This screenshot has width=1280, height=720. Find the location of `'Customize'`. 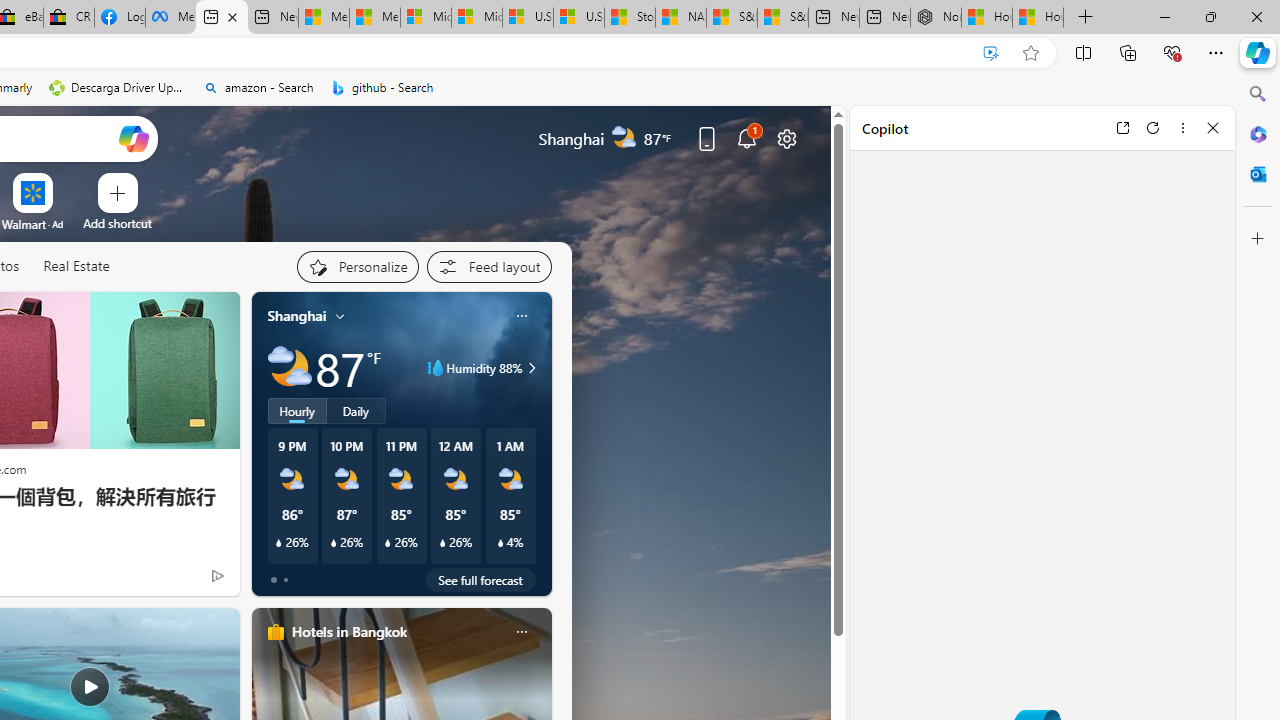

'Customize' is located at coordinates (1257, 238).